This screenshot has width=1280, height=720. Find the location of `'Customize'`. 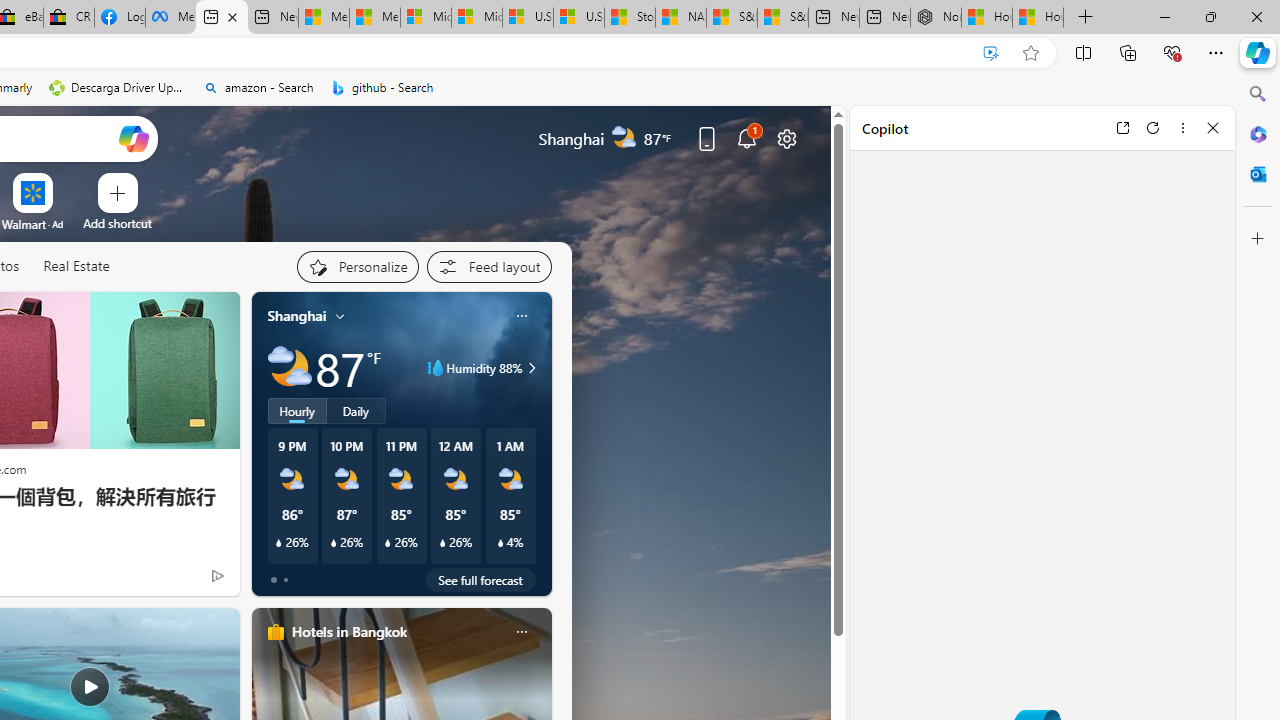

'Customize' is located at coordinates (1257, 238).